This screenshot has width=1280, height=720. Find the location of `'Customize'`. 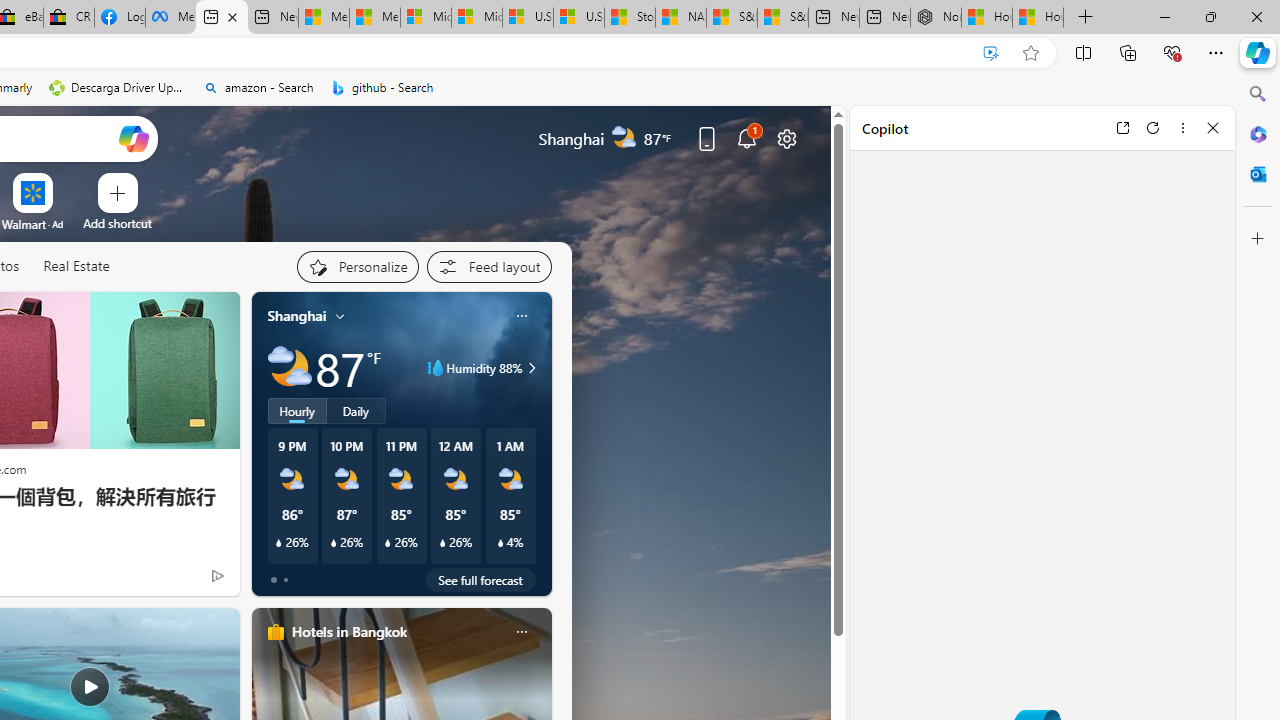

'Customize' is located at coordinates (1257, 238).